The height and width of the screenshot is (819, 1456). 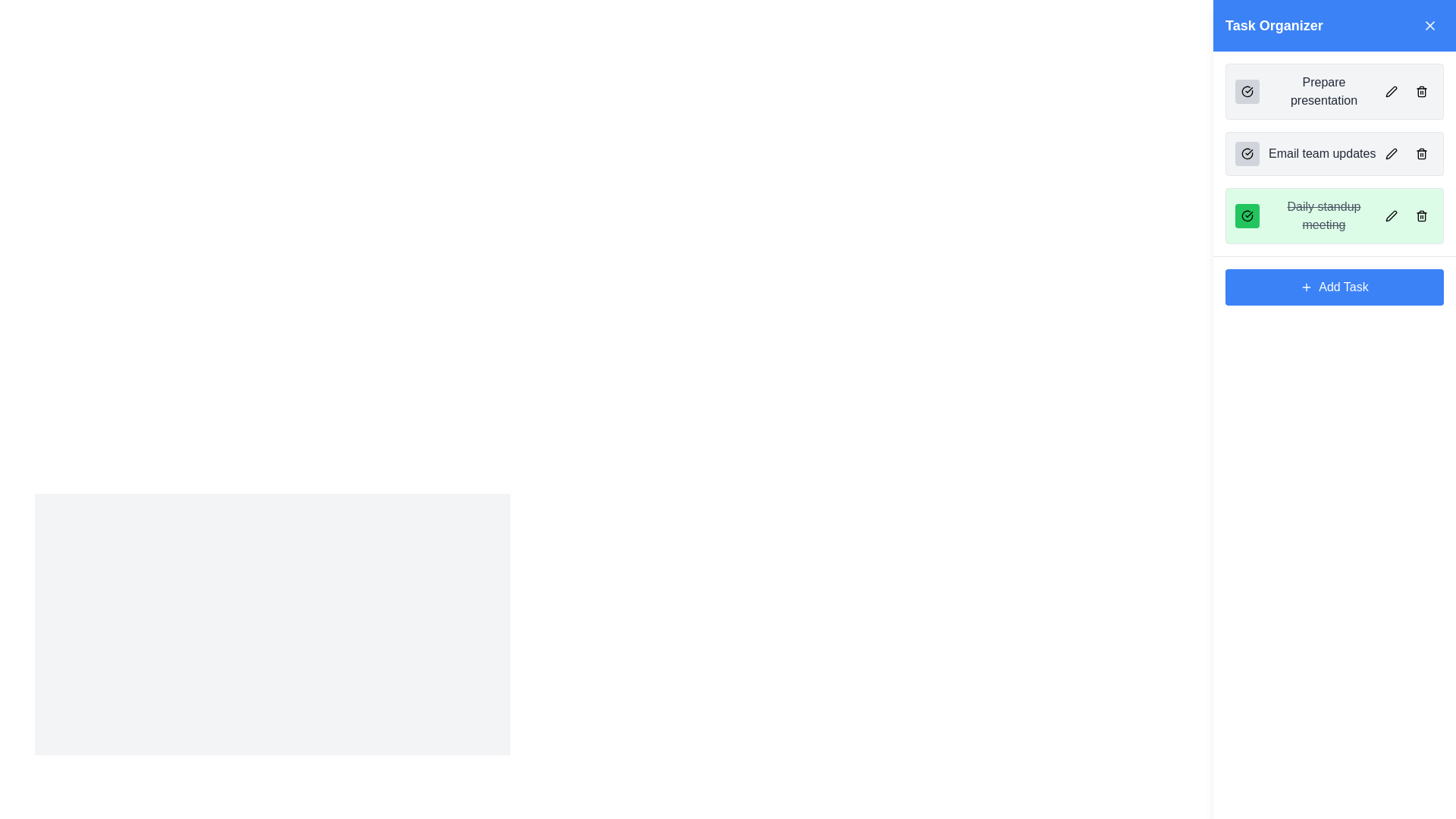 What do you see at coordinates (1247, 91) in the screenshot?
I see `the circular checkbox-like button with a checkmark, located to the left of the 'Prepare presentation' text in the task organizer interface` at bounding box center [1247, 91].